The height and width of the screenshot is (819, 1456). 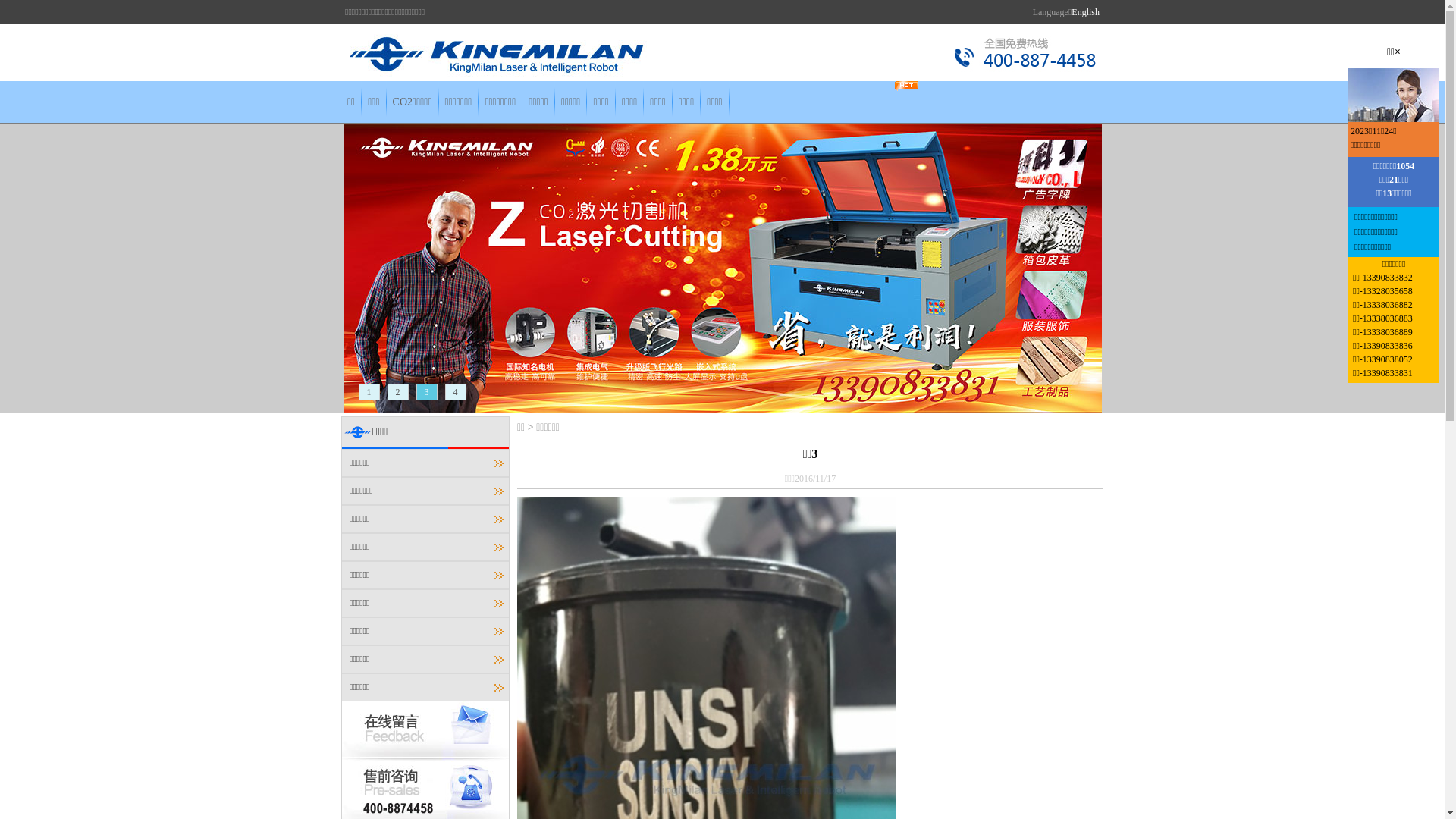 I want to click on '1', so click(x=368, y=391).